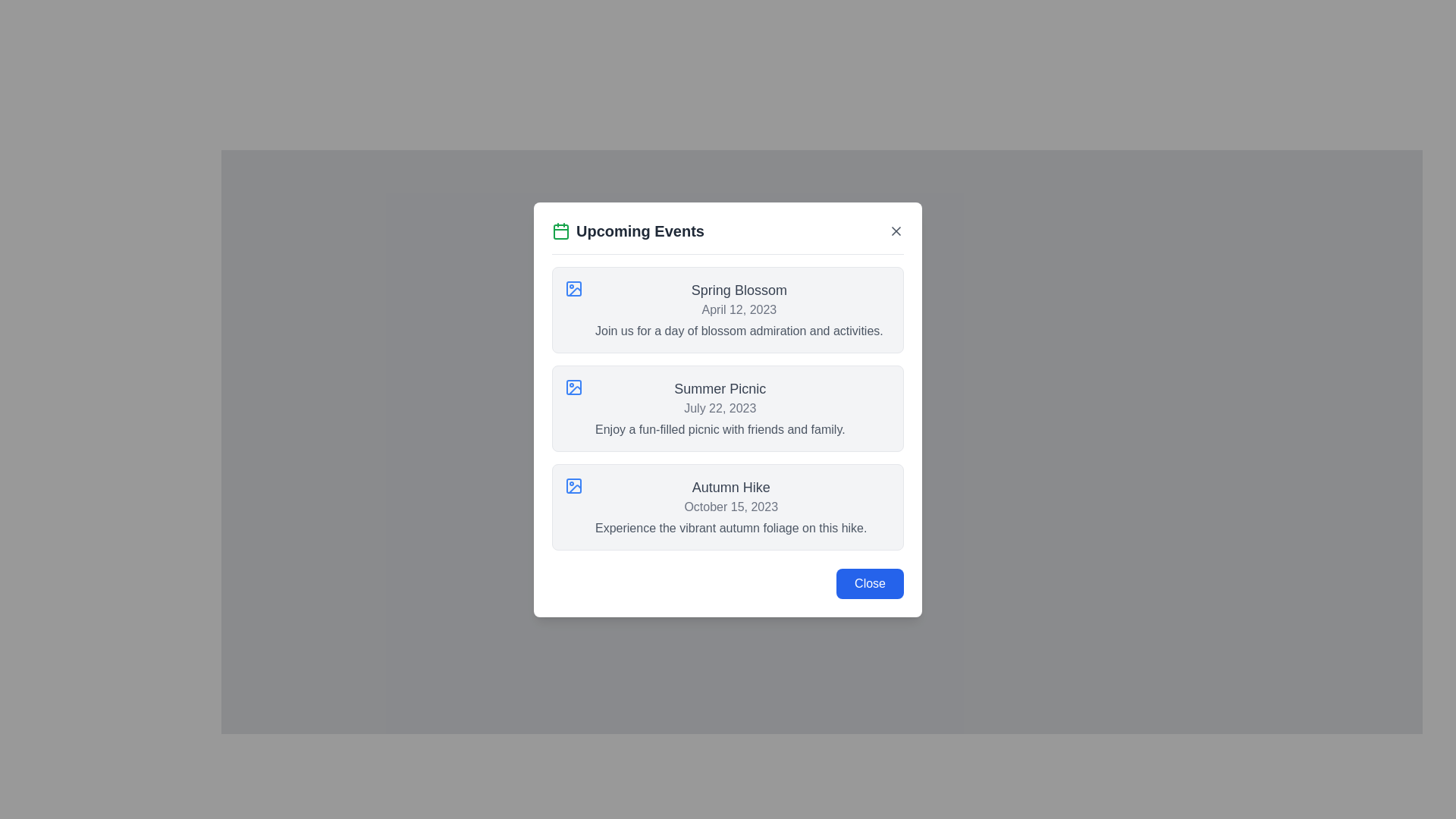 This screenshot has height=819, width=1456. I want to click on event details from the Event information card, which is the second card in a vertically arranged list, centered horizontally and positioned below the 'Spring Blossom' card, so click(728, 407).